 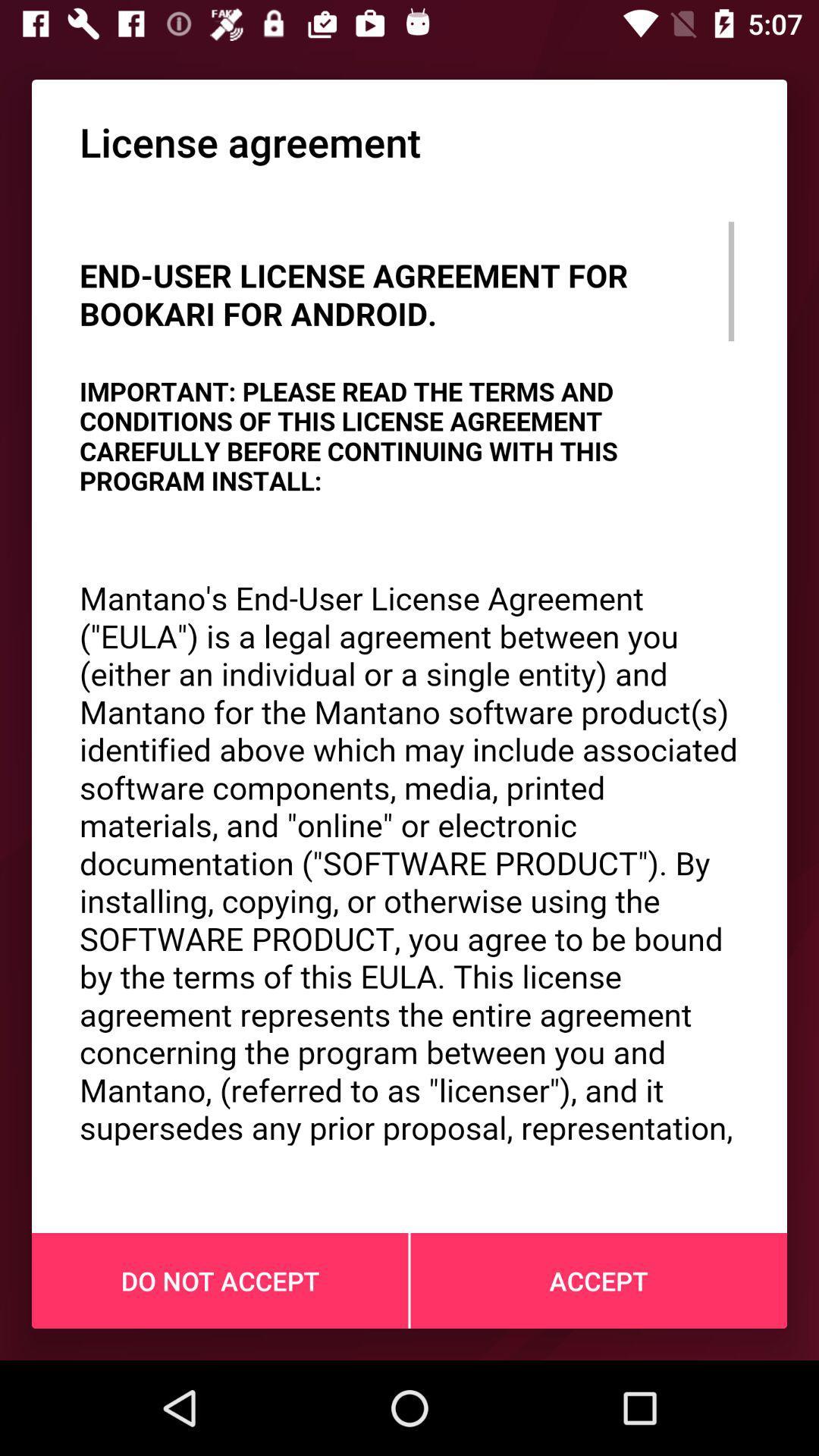 What do you see at coordinates (409, 679) in the screenshot?
I see `the item below license agreement` at bounding box center [409, 679].